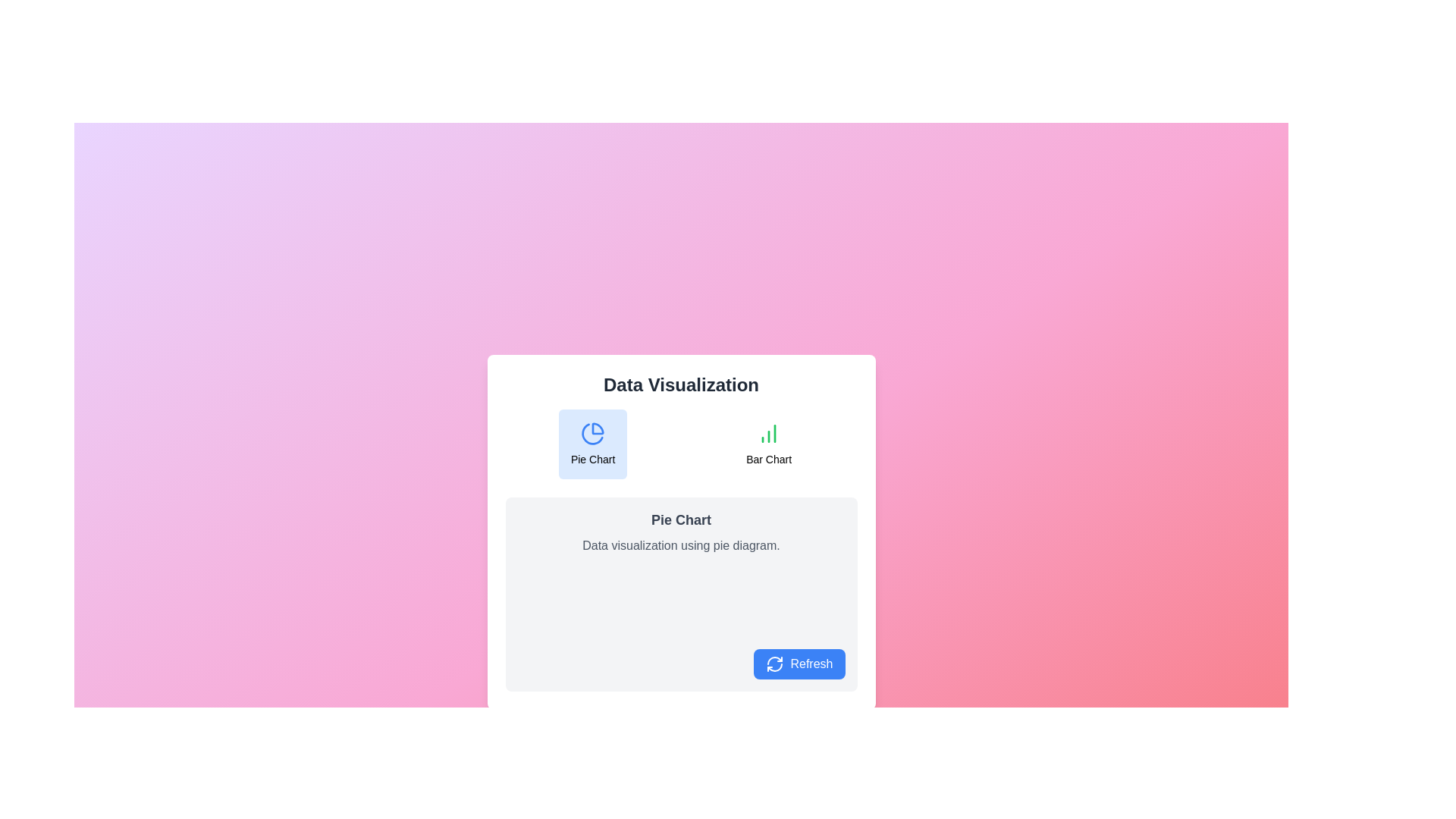 The image size is (1456, 819). What do you see at coordinates (799, 663) in the screenshot?
I see `the blue rounded rectangular button labeled 'Refresh' located in the bottom-right corner of the 'Pie Chart' section to refresh the data` at bounding box center [799, 663].